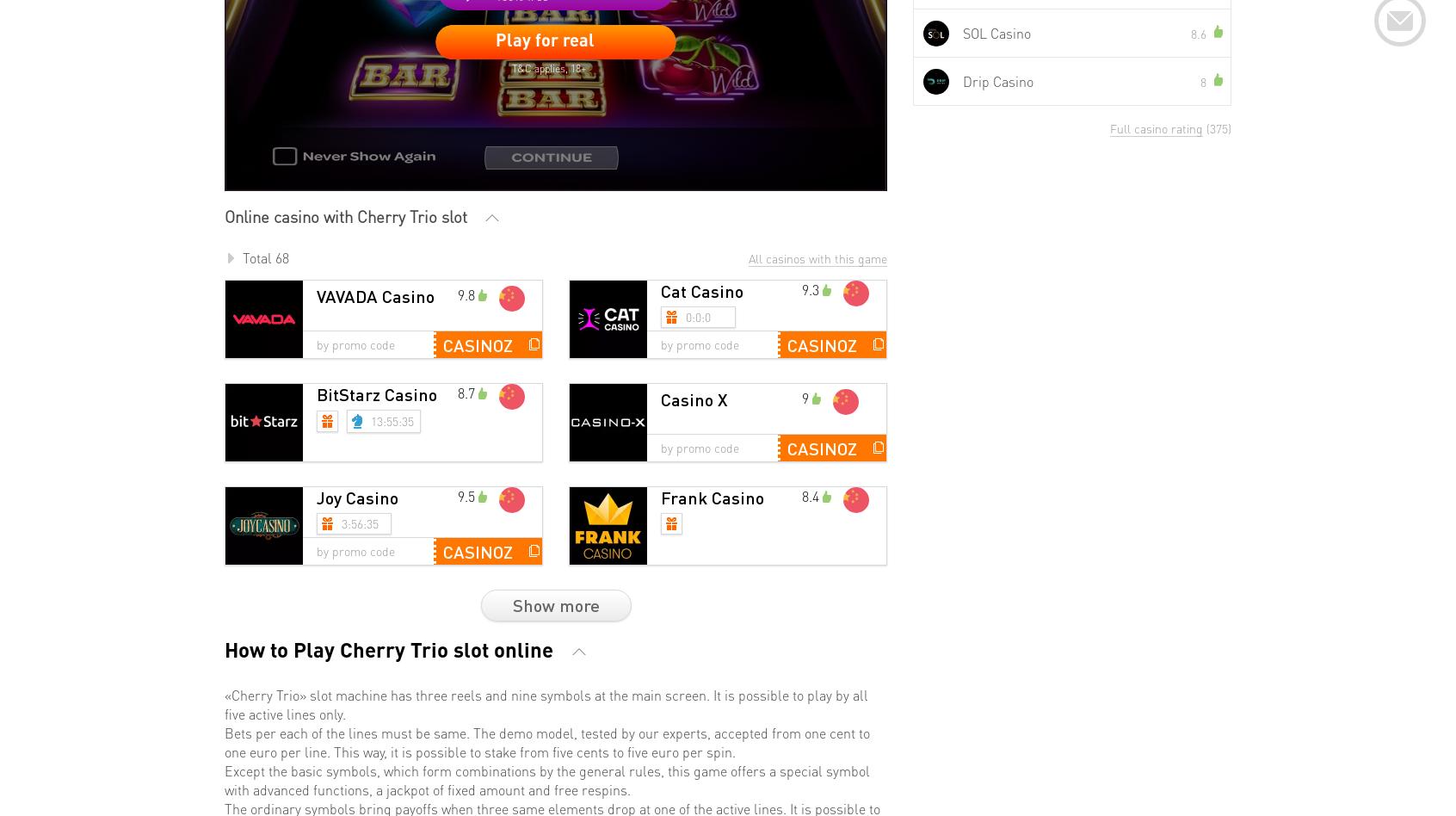  What do you see at coordinates (547, 778) in the screenshot?
I see `'Except the basic symbols, which form combinations by the general rules, this game offers a special symbol with advanced functions, a jackpot of fixed amount and free respins.'` at bounding box center [547, 778].